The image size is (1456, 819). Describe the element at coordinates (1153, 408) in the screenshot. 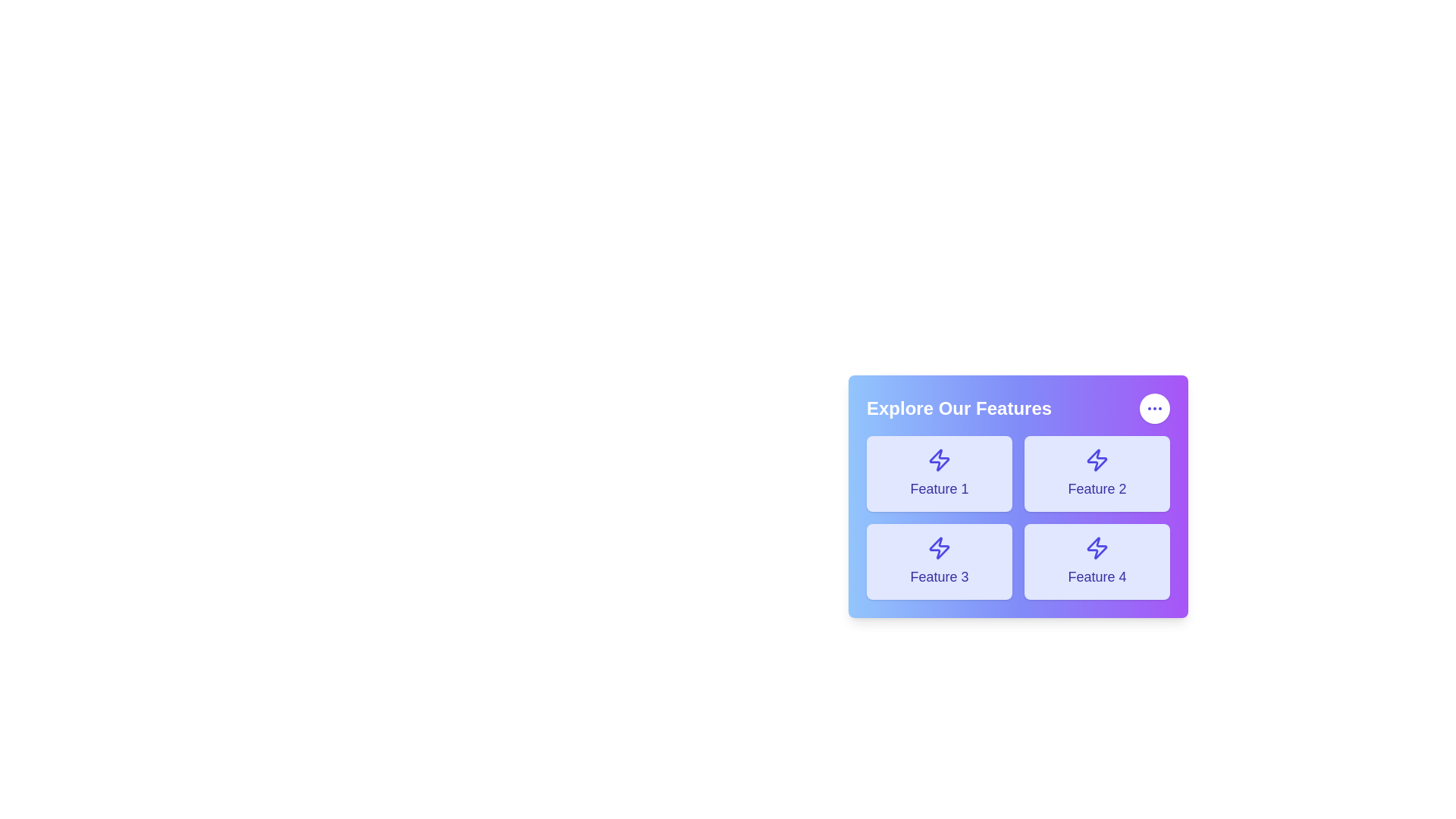

I see `the indigo horizontal ellipsis icon with three dots located at the bottom-right corner of the 'Explore Our Features' card` at that location.